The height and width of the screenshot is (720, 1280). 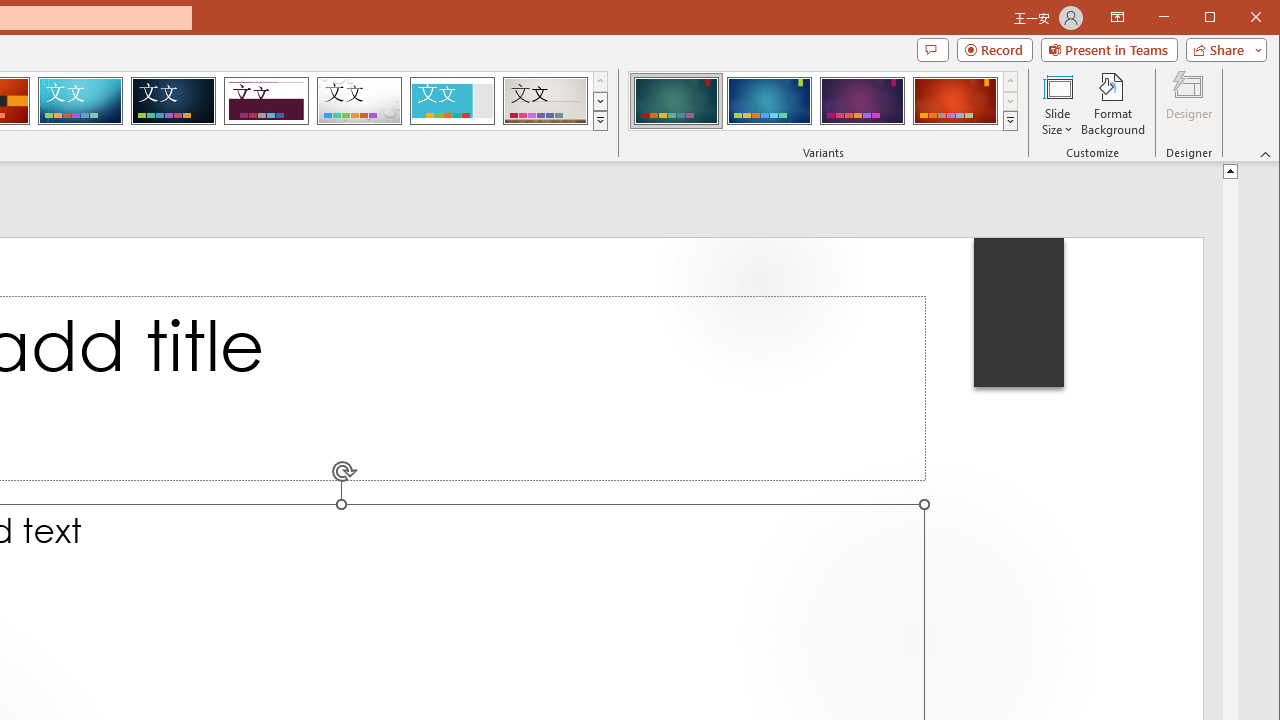 What do you see at coordinates (862, 100) in the screenshot?
I see `'Ion Variant 3'` at bounding box center [862, 100].